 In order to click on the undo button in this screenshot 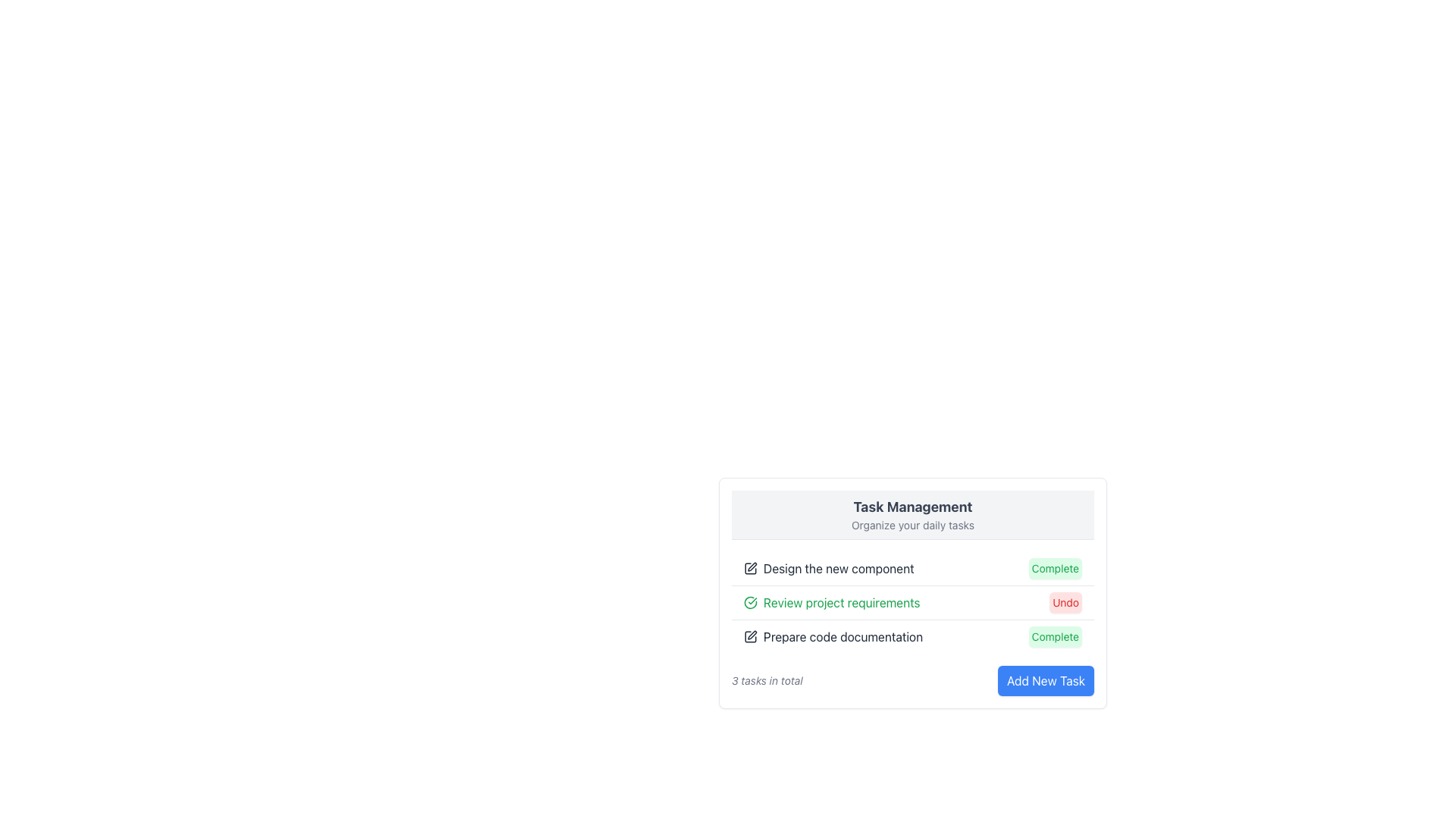, I will do `click(1065, 601)`.